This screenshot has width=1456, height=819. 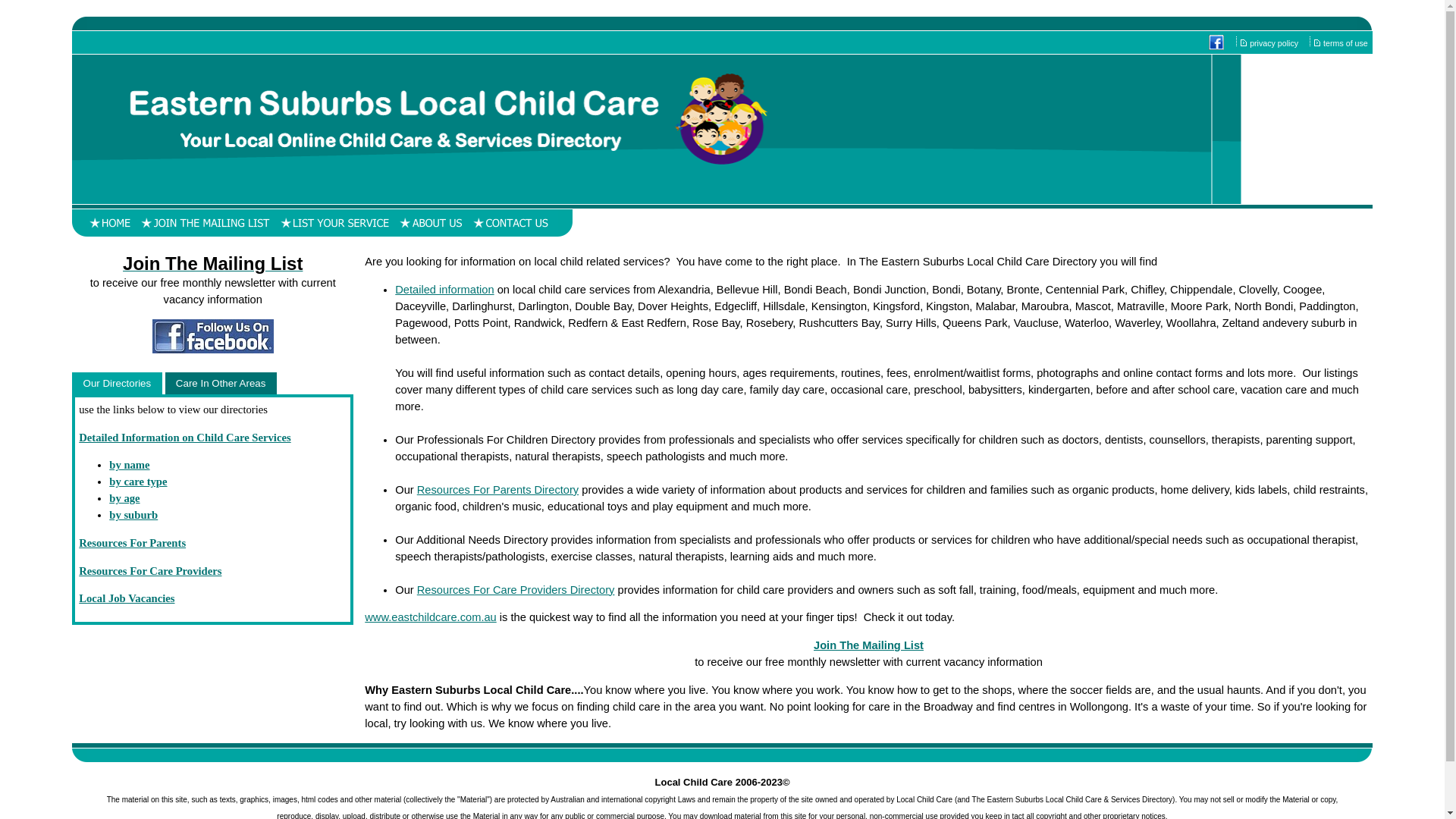 I want to click on 'Resources For Parents Directory', so click(x=417, y=489).